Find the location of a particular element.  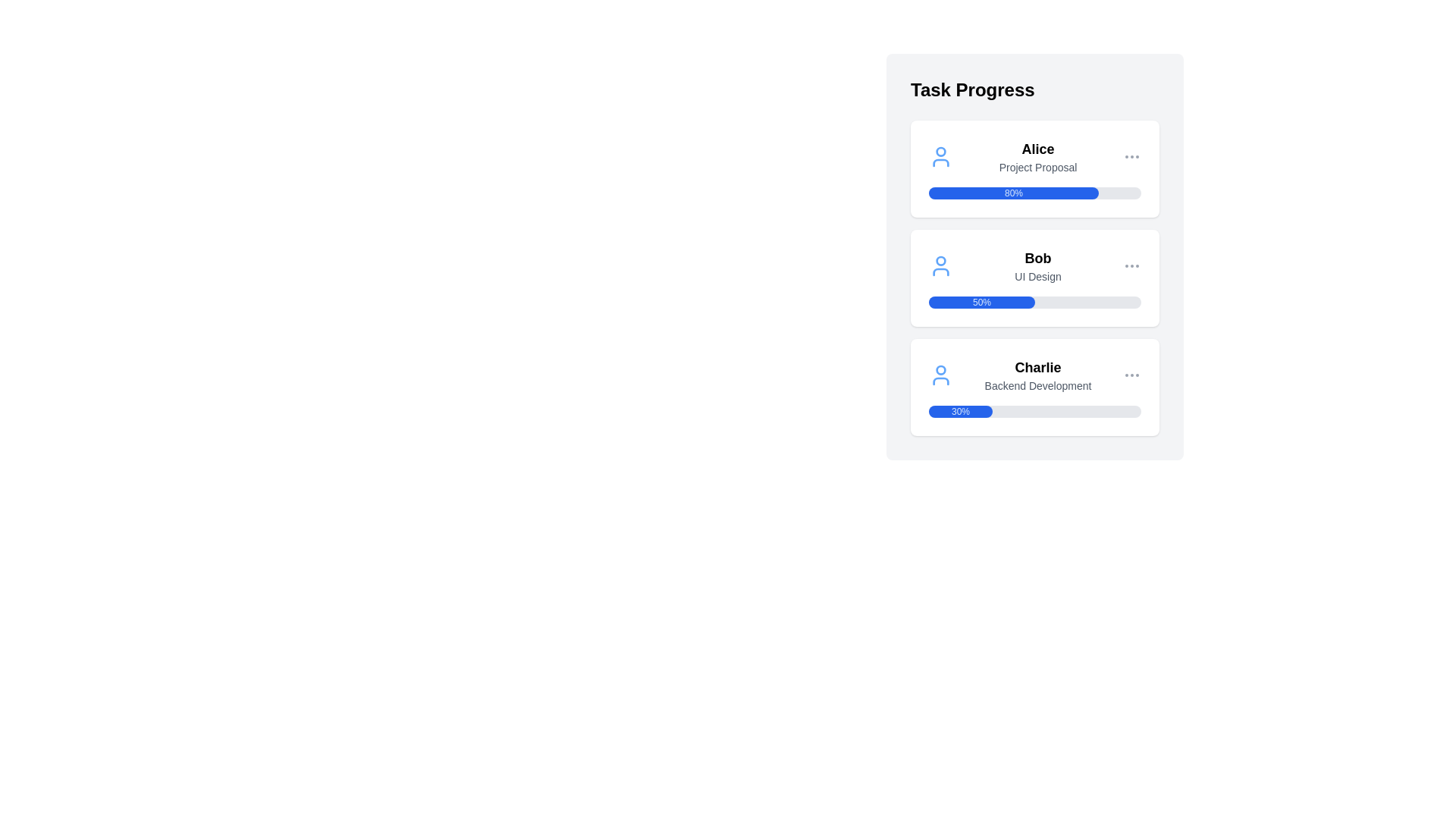

the circular icon representing the head of the avatar for 'Charlie' in the task progress interface, located above the progress bar is located at coordinates (940, 370).